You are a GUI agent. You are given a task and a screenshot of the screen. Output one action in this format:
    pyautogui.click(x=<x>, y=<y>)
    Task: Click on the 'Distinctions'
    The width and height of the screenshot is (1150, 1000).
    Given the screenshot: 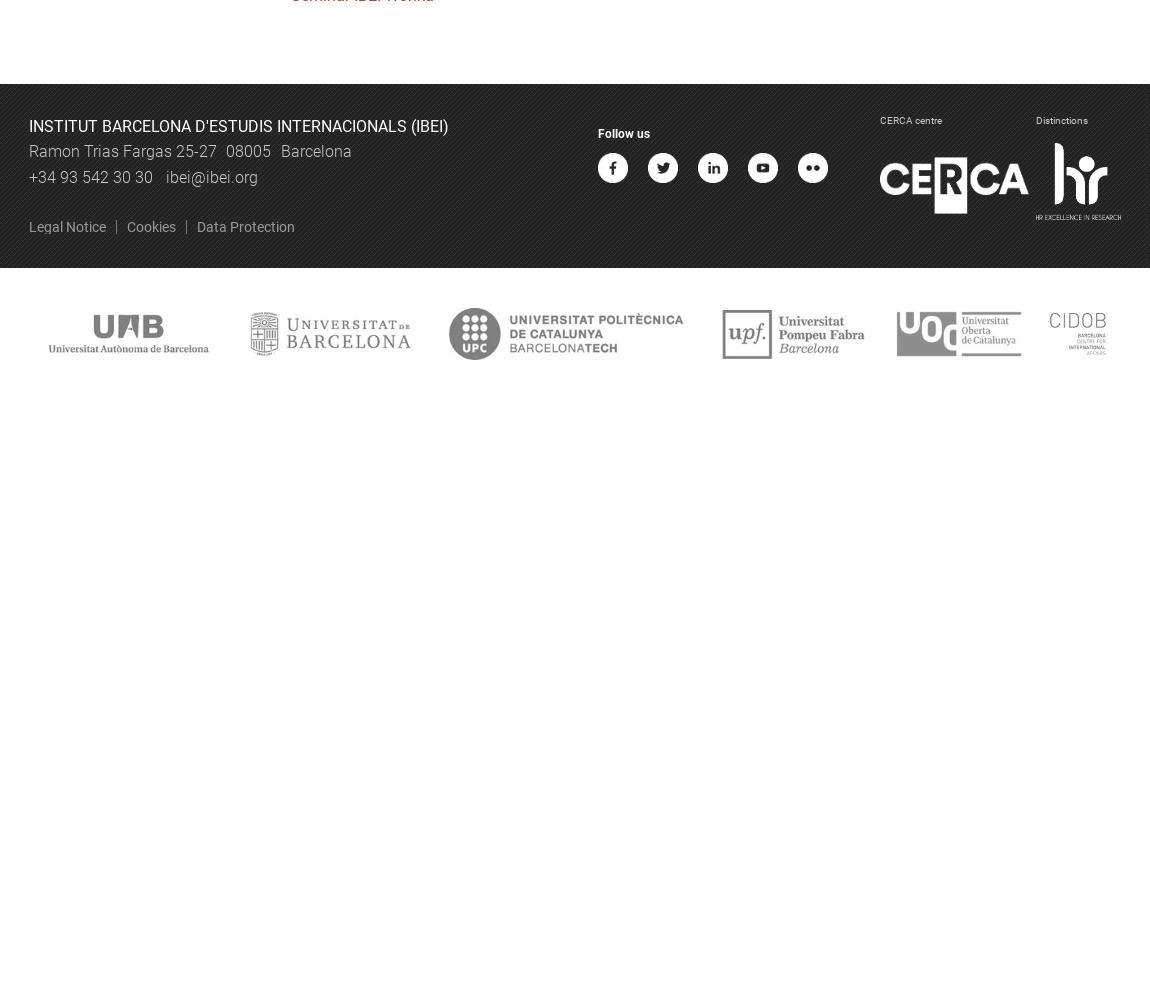 What is the action you would take?
    pyautogui.click(x=1062, y=119)
    